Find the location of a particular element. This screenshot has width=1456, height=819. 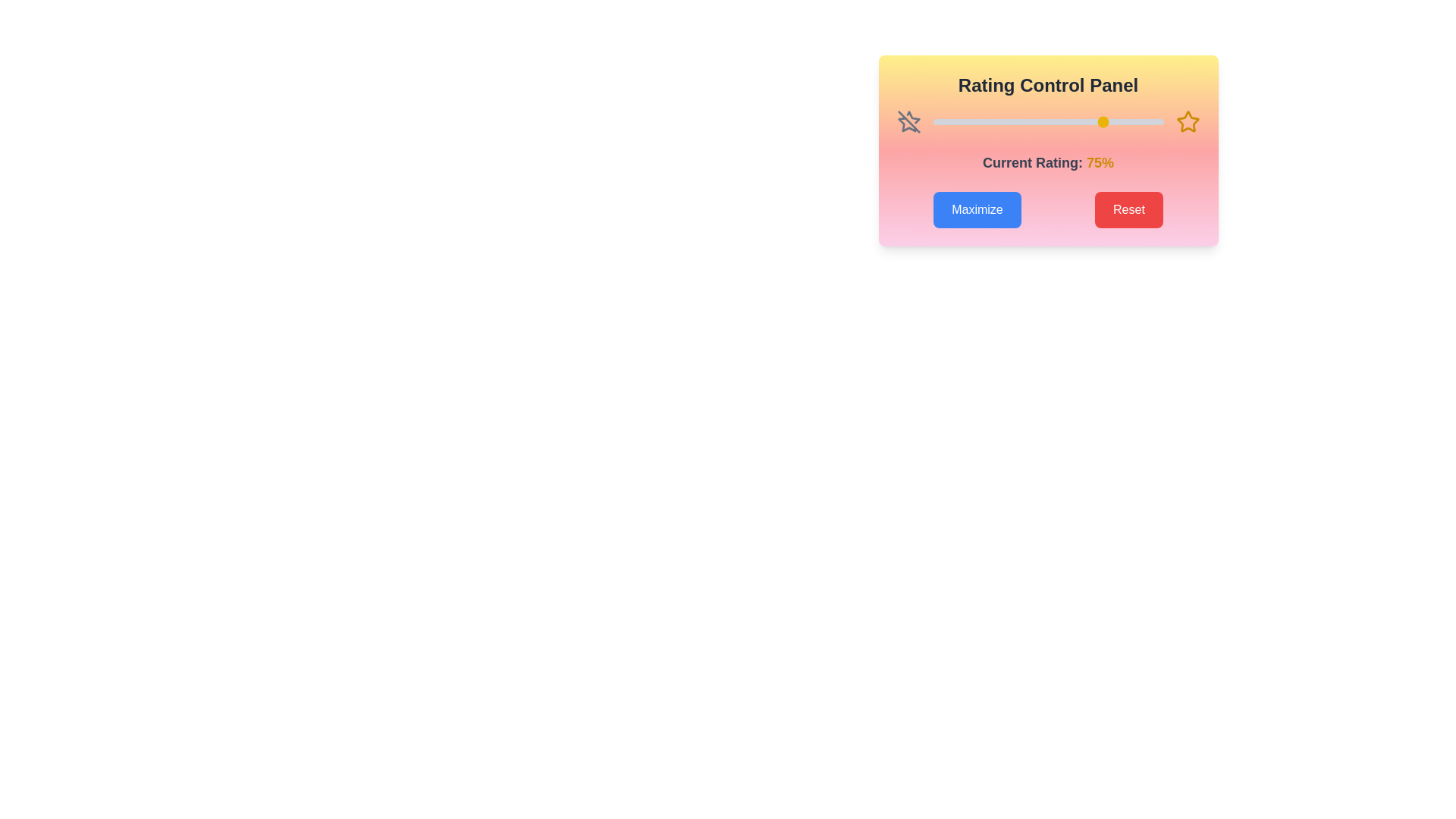

the rating slider to 79% is located at coordinates (1115, 121).